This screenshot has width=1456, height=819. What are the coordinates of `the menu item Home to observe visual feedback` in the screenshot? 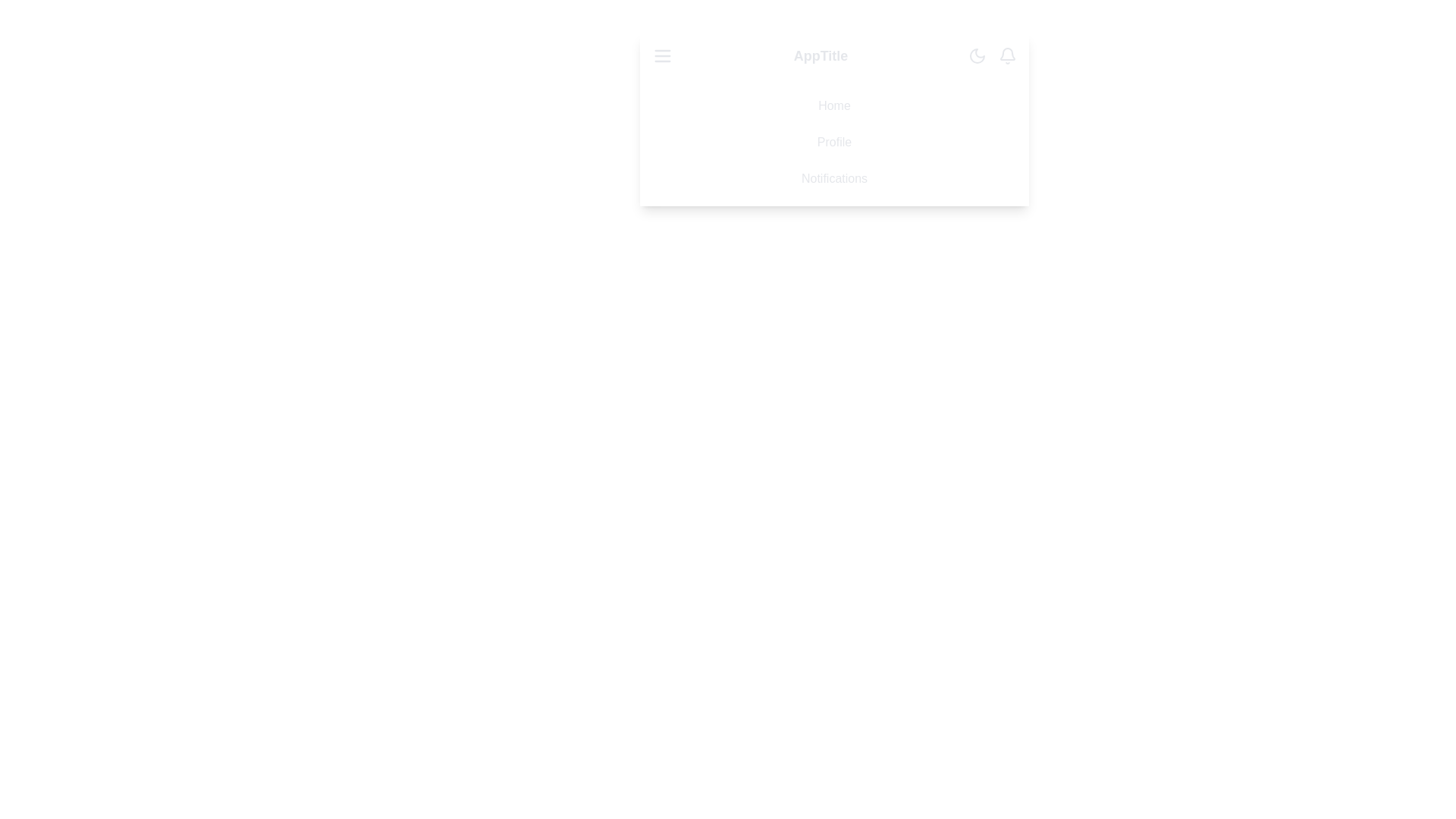 It's located at (833, 105).